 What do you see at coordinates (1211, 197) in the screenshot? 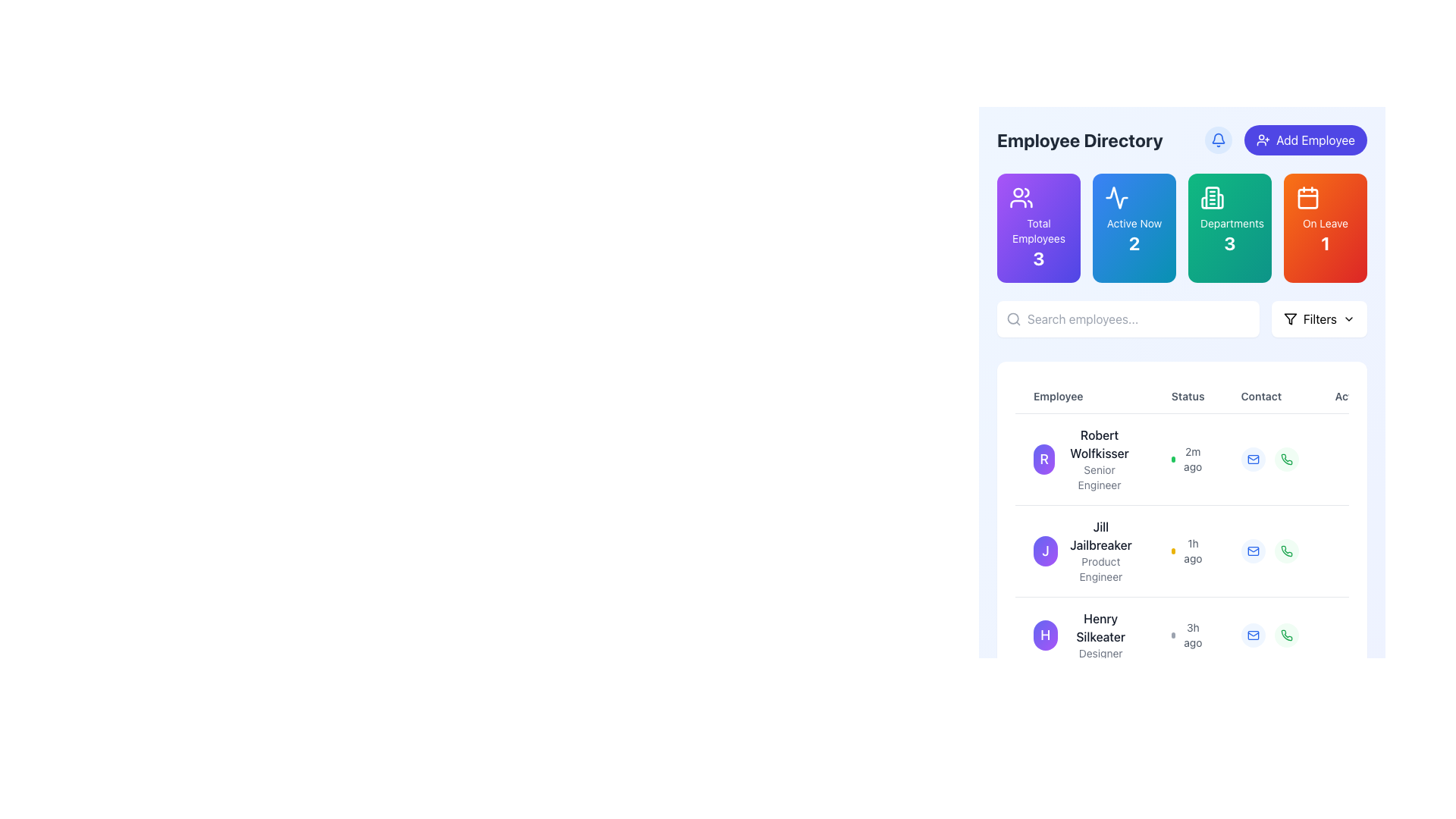
I see `the Decorative icon, which is a rectangular icon resembling a building or columns with rounded edges and a greenish background, located within the 'Departments' statistic box at the top of the application interface` at bounding box center [1211, 197].